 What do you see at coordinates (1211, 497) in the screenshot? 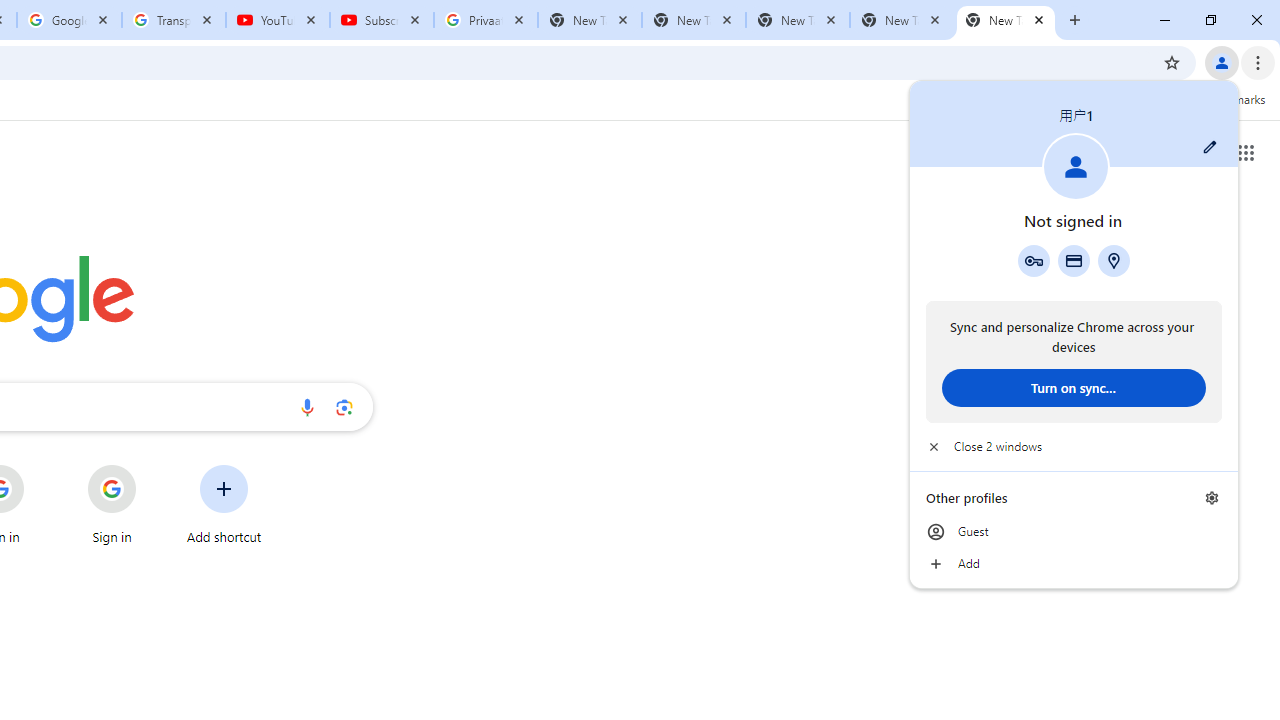
I see `'Manage profiles'` at bounding box center [1211, 497].